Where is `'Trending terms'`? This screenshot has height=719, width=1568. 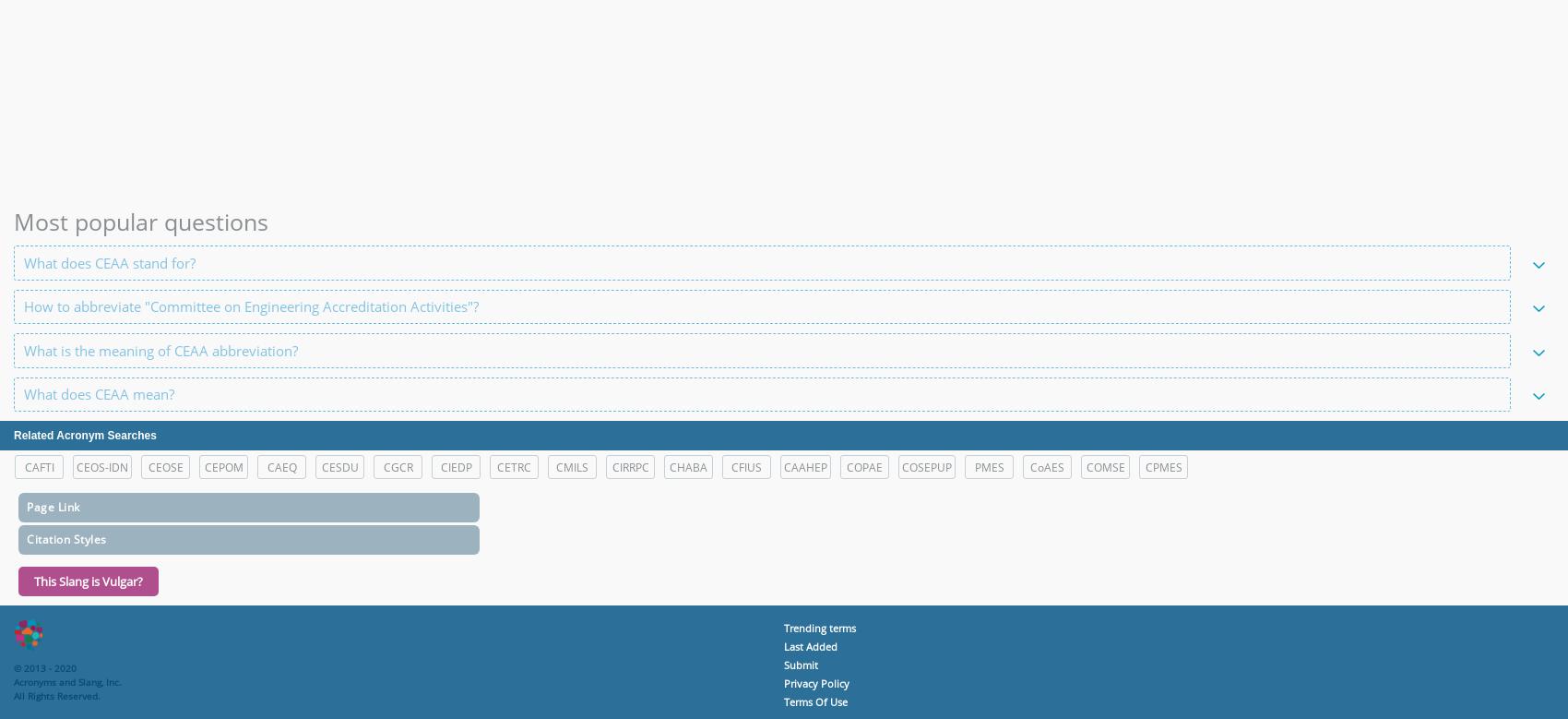 'Trending terms' is located at coordinates (819, 628).